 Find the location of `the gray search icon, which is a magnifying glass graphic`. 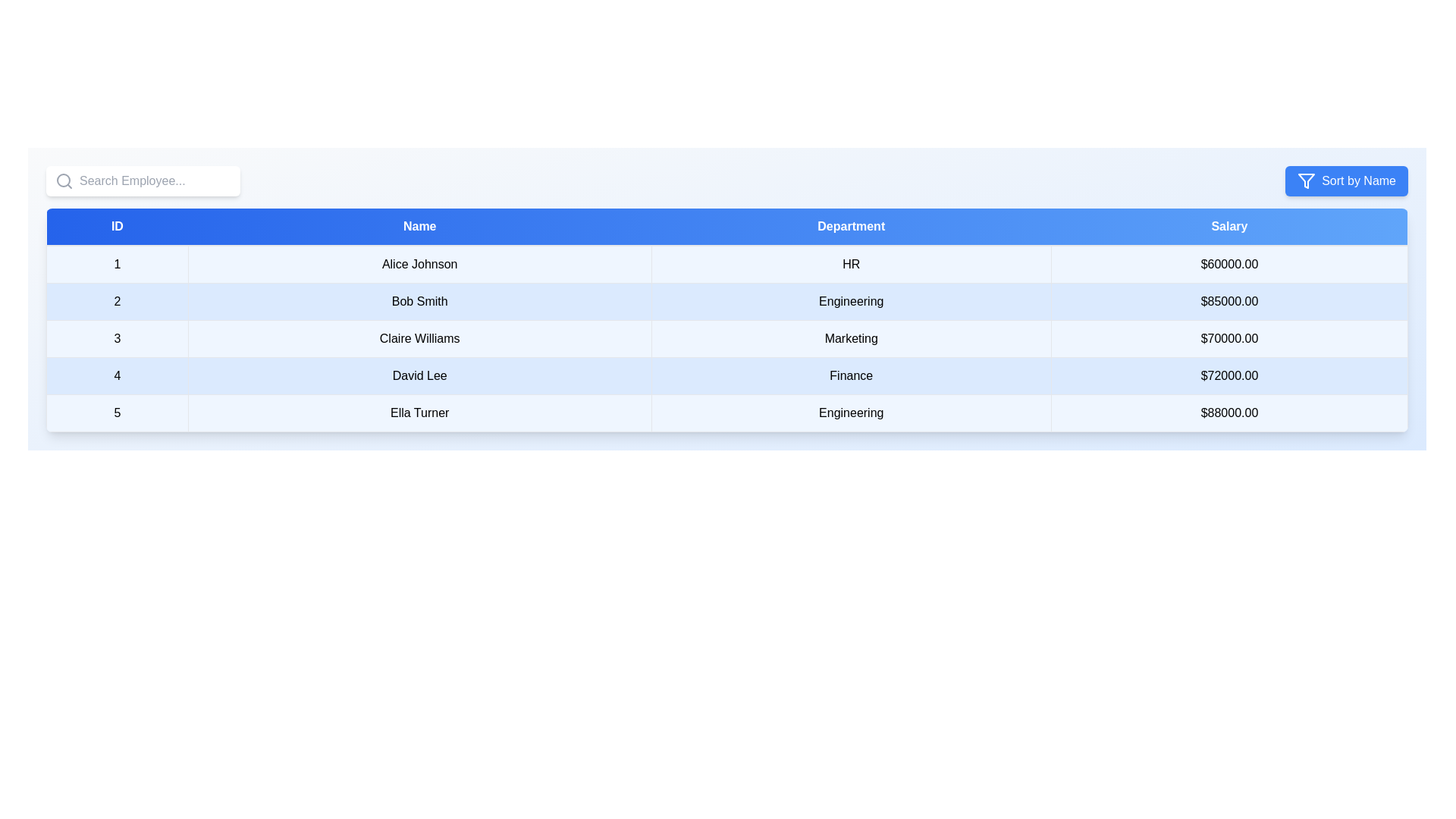

the gray search icon, which is a magnifying glass graphic is located at coordinates (64, 180).